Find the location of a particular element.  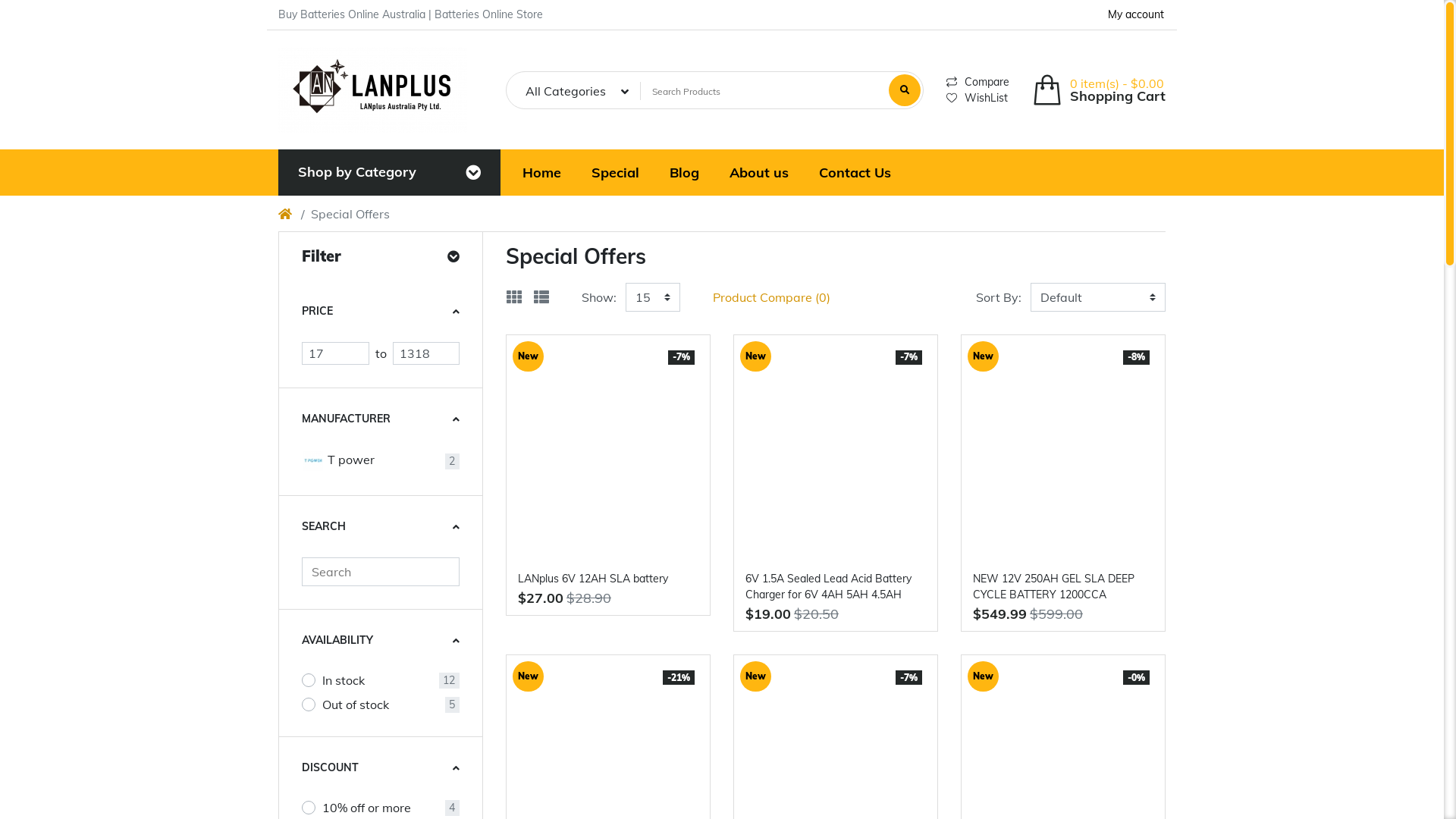

'Contact Us' is located at coordinates (855, 171).